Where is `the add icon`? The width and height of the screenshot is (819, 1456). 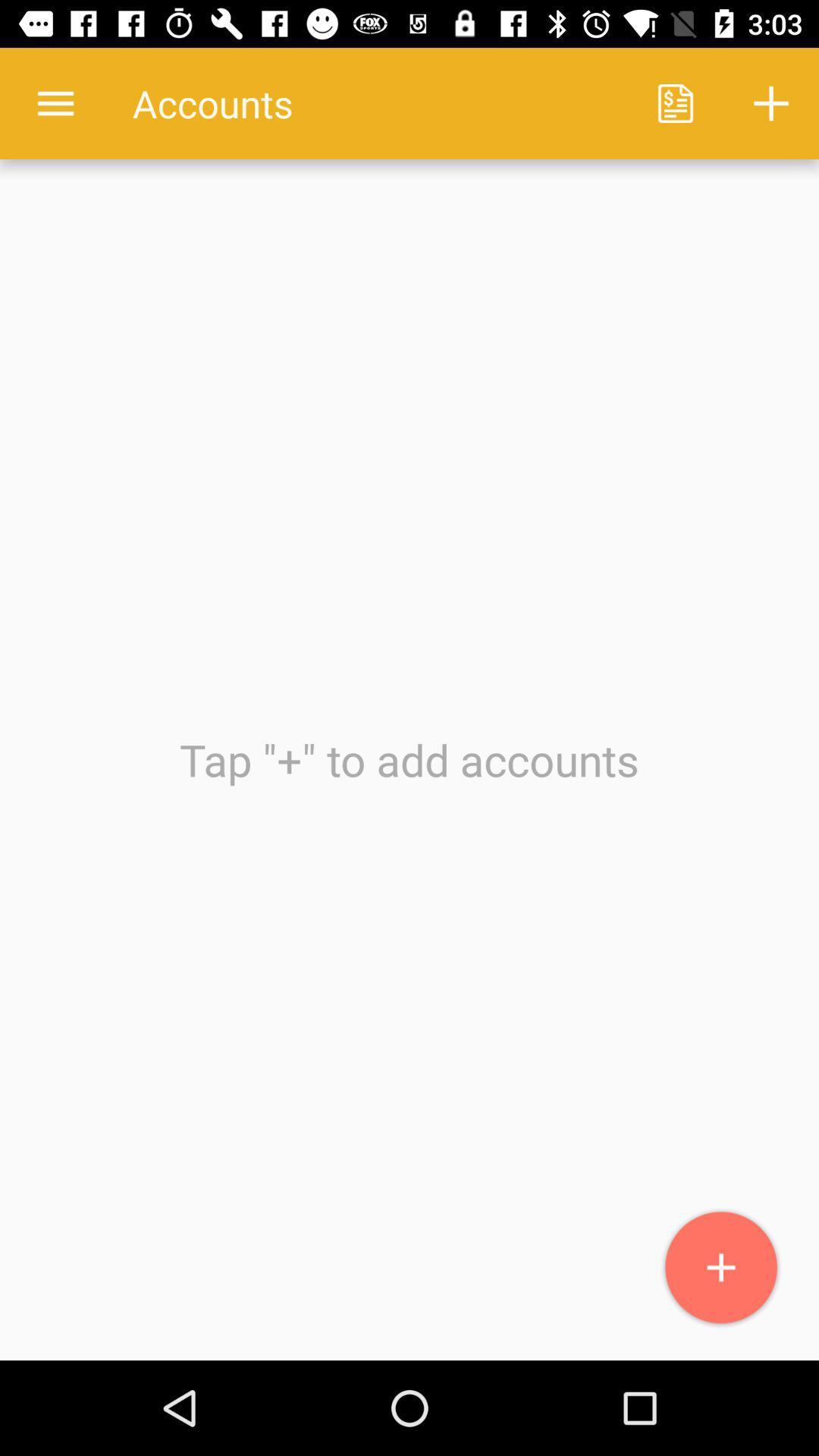 the add icon is located at coordinates (720, 1268).